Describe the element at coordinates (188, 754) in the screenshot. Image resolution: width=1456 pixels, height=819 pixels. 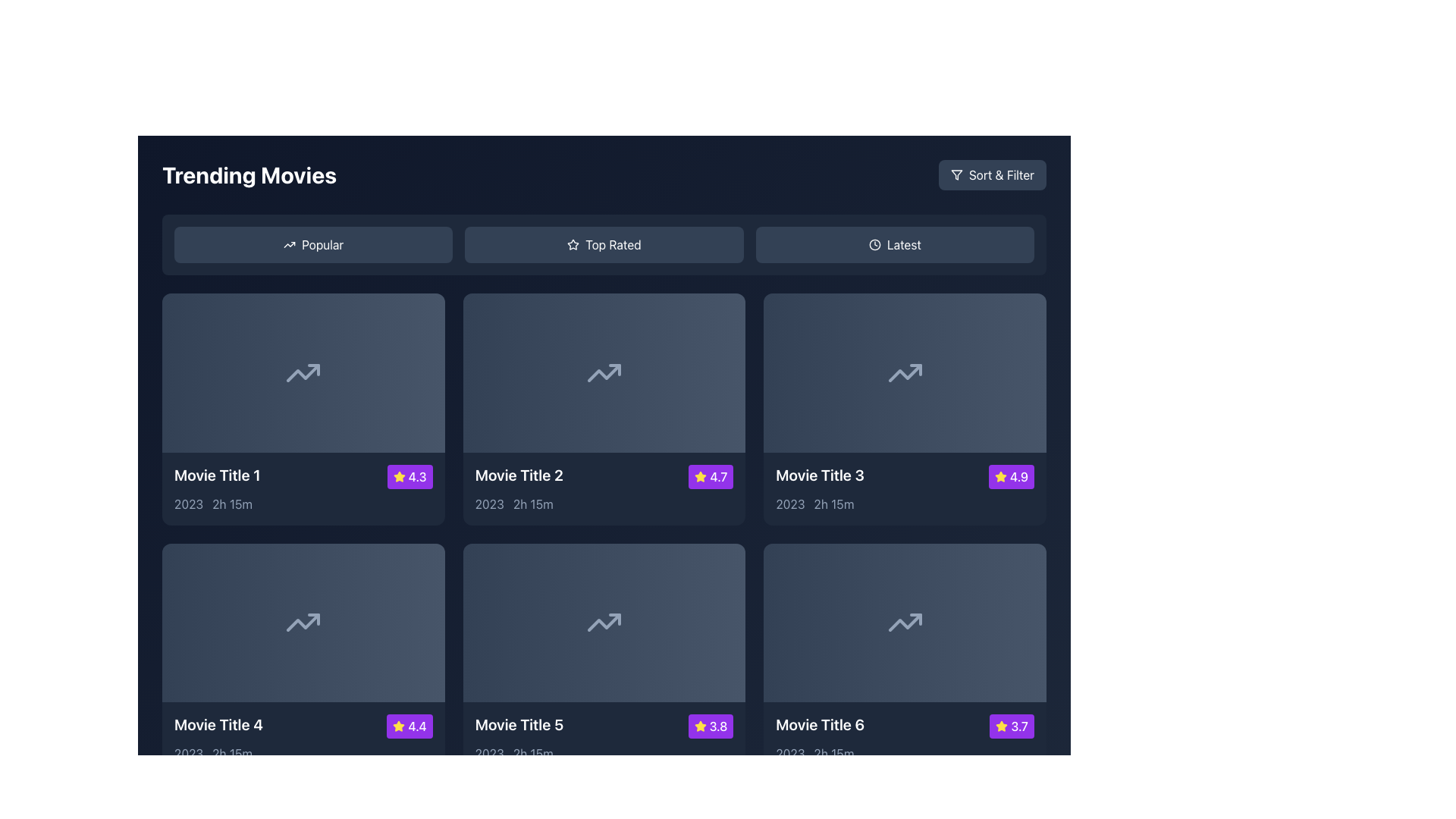
I see `text displaying the release year of 'Movie Title 4', located at the bottom-left corner of its tile in the metadata row` at that location.